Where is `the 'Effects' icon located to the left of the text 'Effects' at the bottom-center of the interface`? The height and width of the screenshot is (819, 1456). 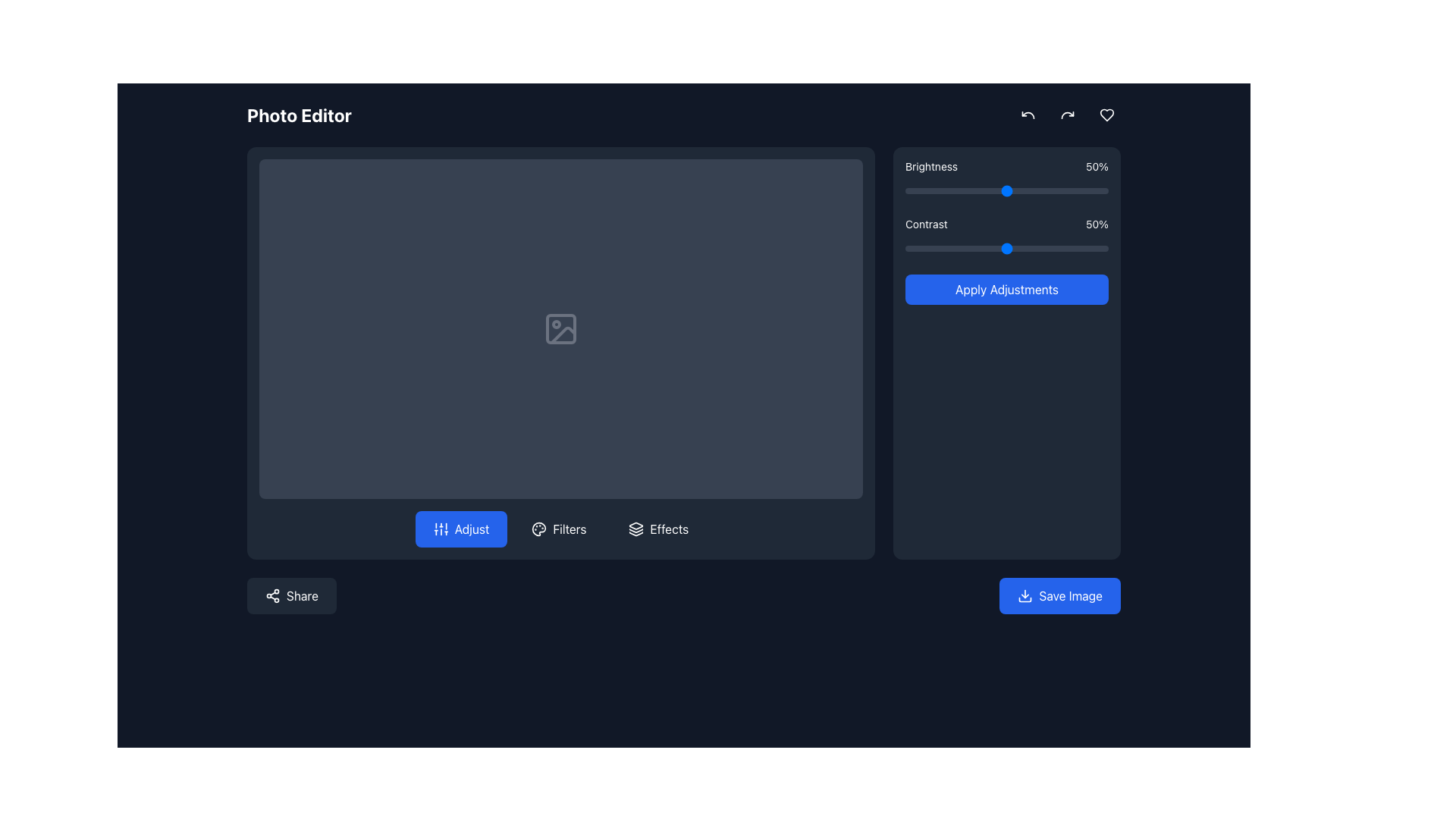 the 'Effects' icon located to the left of the text 'Effects' at the bottom-center of the interface is located at coordinates (636, 528).